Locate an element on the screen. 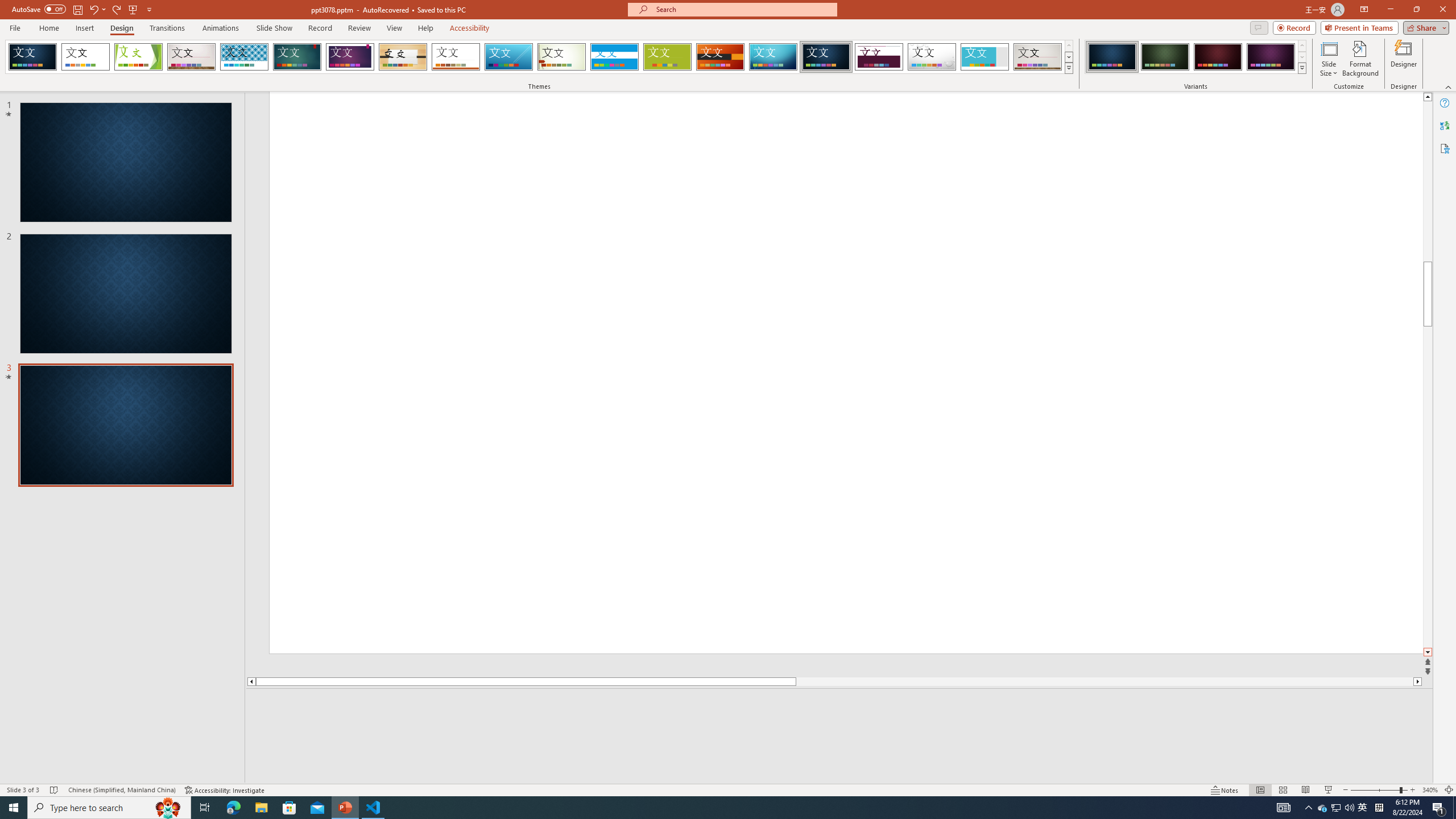 This screenshot has width=1456, height=819. 'AutomationID: ThemeVariantsGallery' is located at coordinates (1196, 56).